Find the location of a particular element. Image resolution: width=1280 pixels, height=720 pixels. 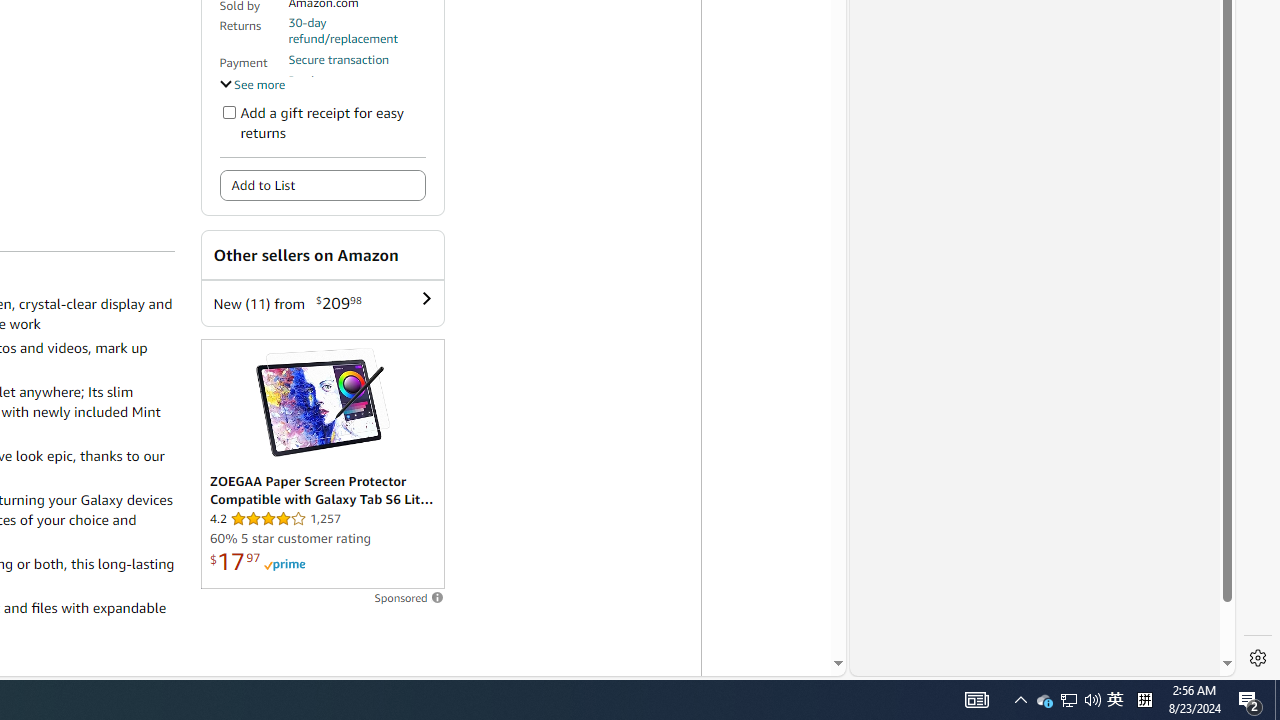

'30-day refund/replacement' is located at coordinates (357, 30).